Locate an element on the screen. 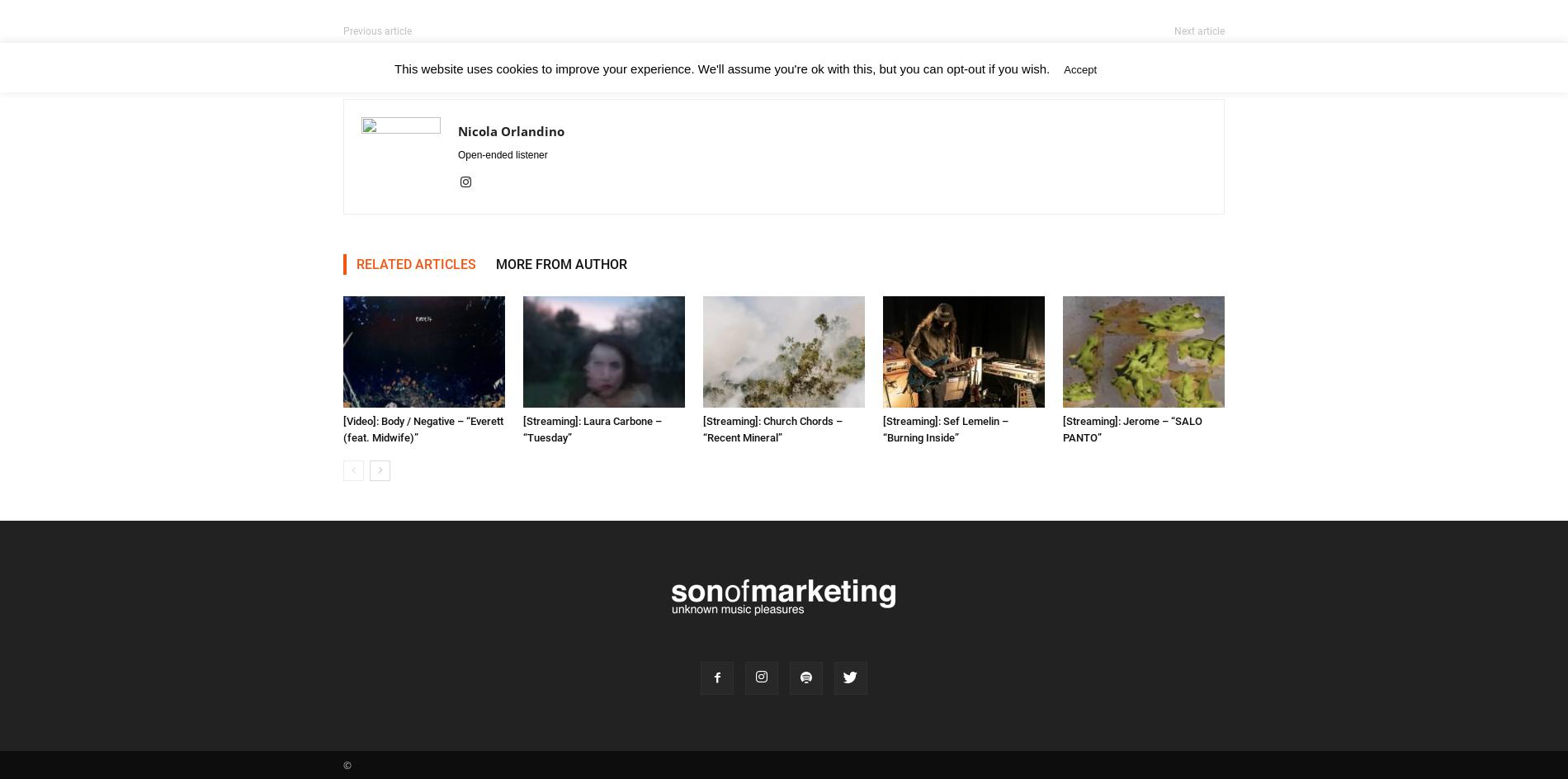 This screenshot has width=1568, height=779. '[Streaming]: Laura Carbone – “Tuesday”' is located at coordinates (592, 429).